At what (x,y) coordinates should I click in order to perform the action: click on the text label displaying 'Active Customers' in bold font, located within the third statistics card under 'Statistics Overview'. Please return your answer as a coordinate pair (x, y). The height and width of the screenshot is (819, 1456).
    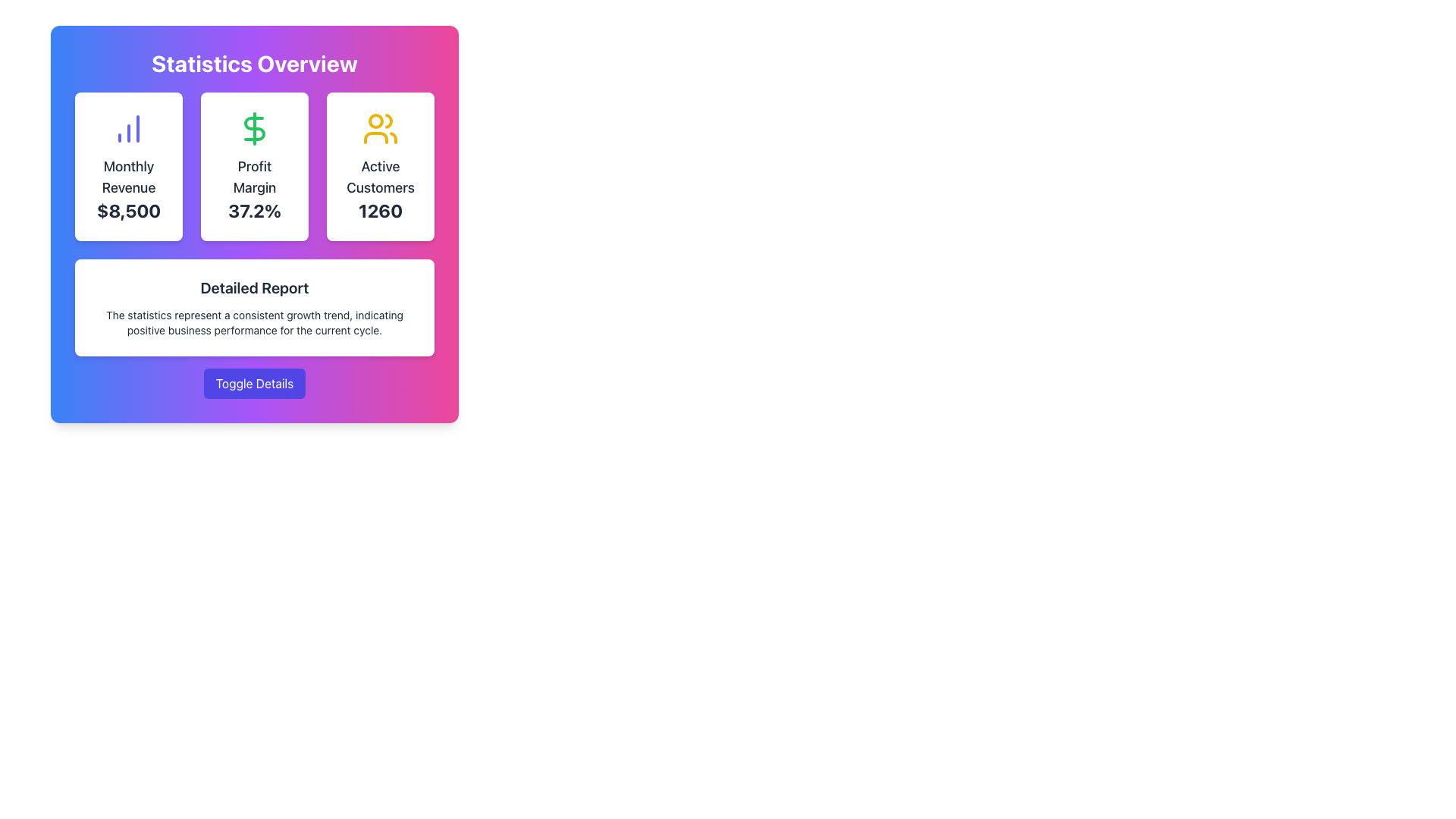
    Looking at the image, I should click on (381, 177).